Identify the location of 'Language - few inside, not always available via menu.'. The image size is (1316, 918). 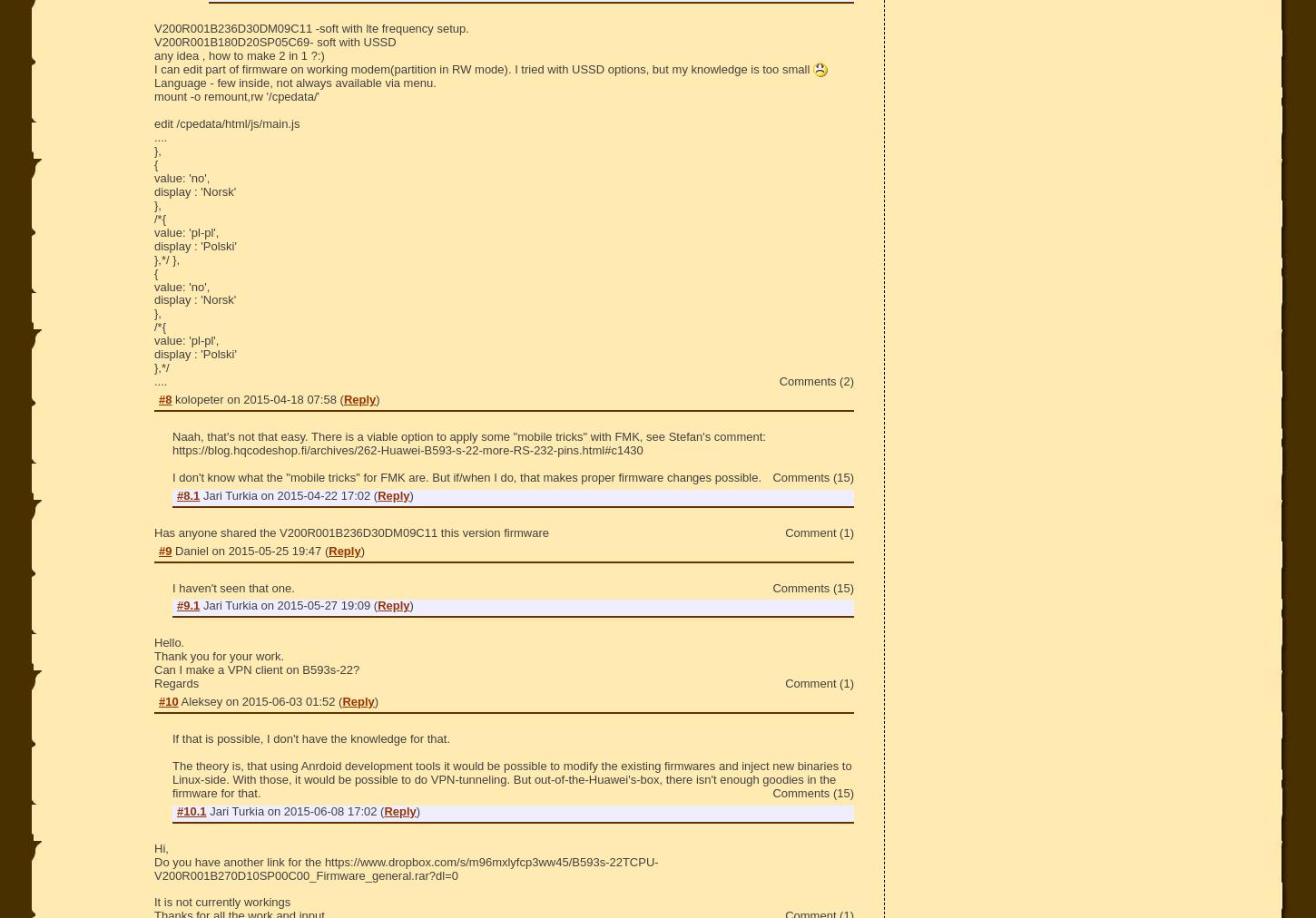
(294, 82).